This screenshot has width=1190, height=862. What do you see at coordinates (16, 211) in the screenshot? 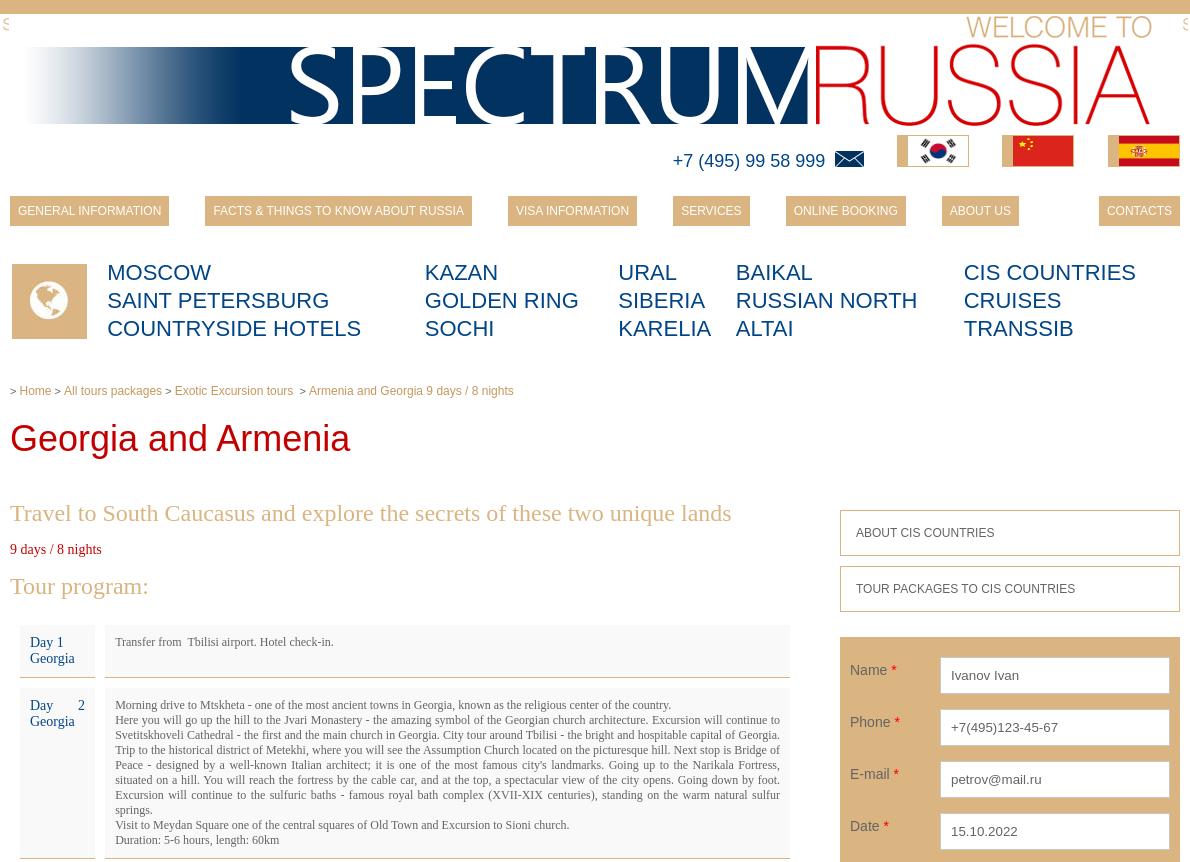
I see `'GENERAL INFORMATION'` at bounding box center [16, 211].